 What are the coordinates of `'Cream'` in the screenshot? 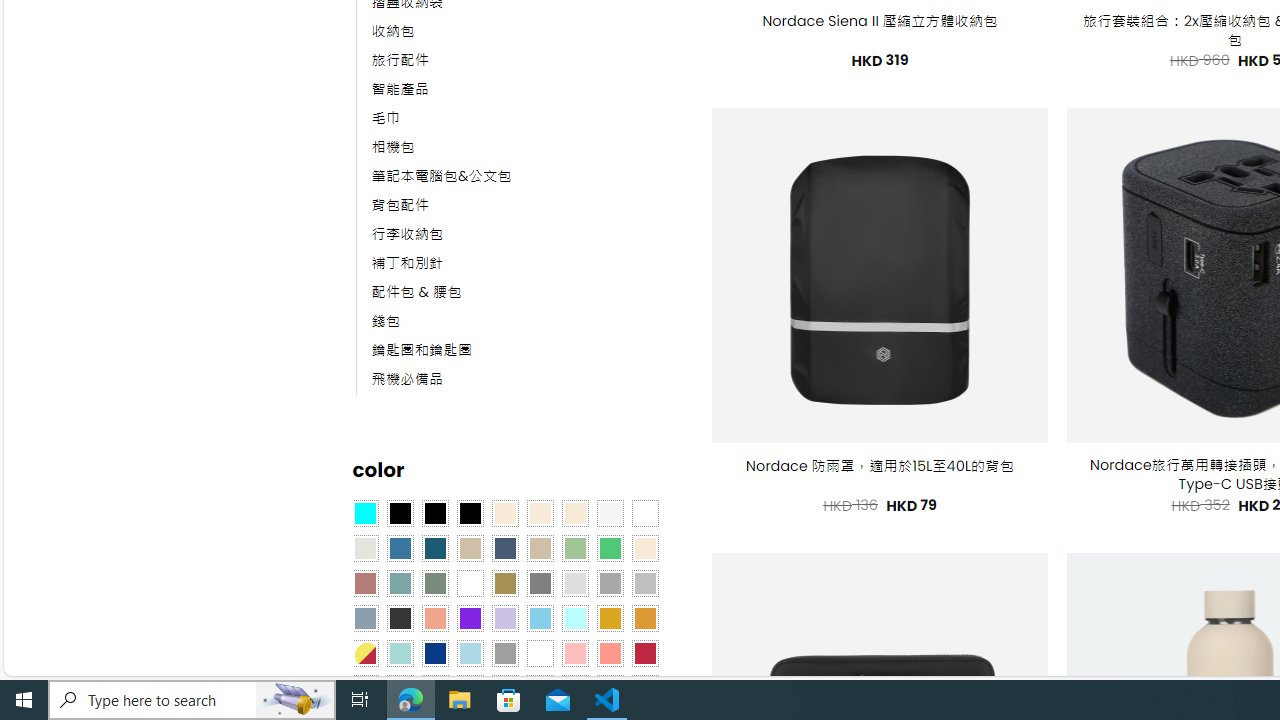 It's located at (573, 513).